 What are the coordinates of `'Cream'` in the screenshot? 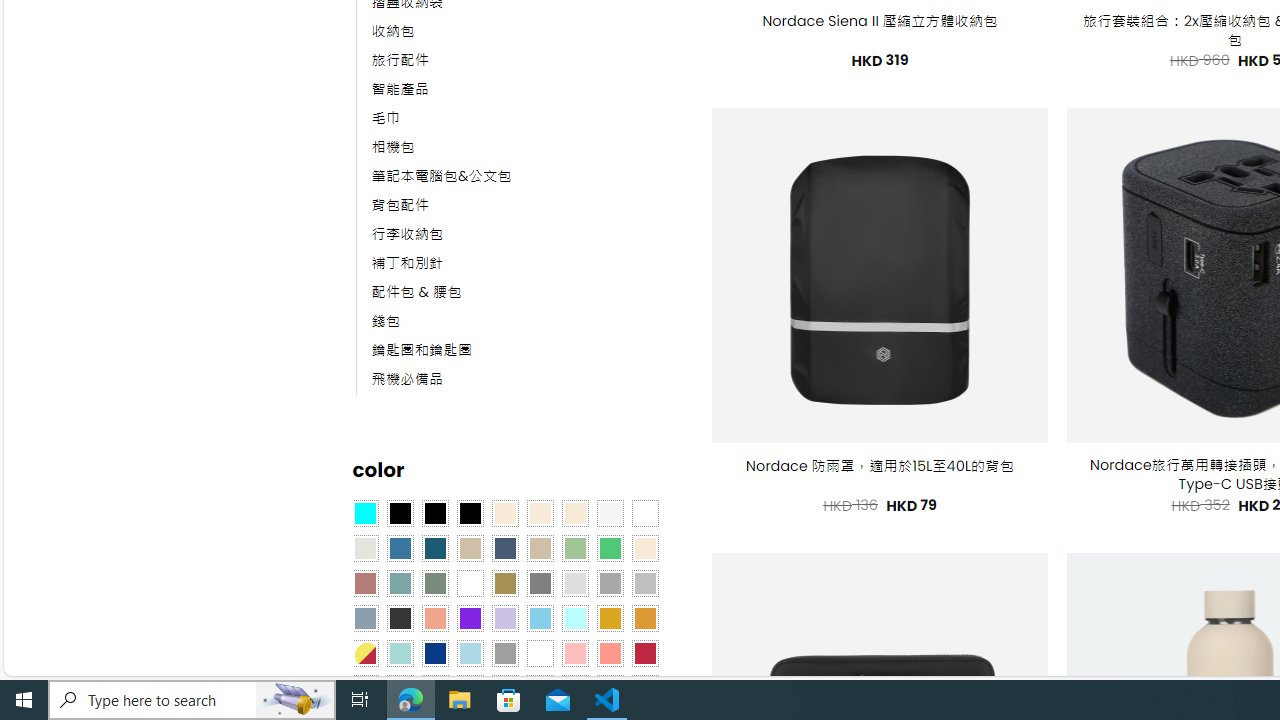 It's located at (573, 513).